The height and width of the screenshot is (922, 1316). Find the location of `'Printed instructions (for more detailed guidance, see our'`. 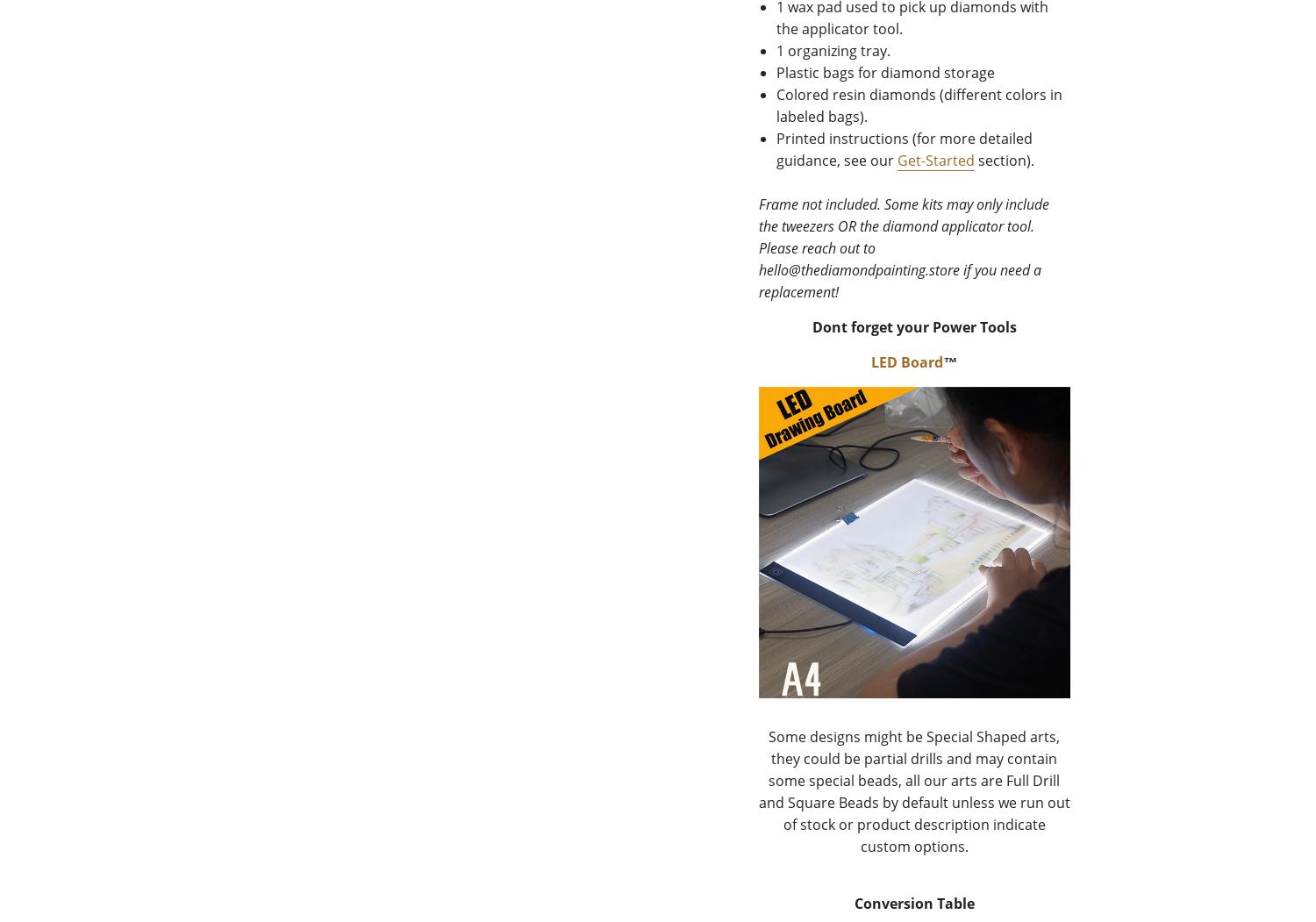

'Printed instructions (for more detailed guidance, see our' is located at coordinates (904, 149).